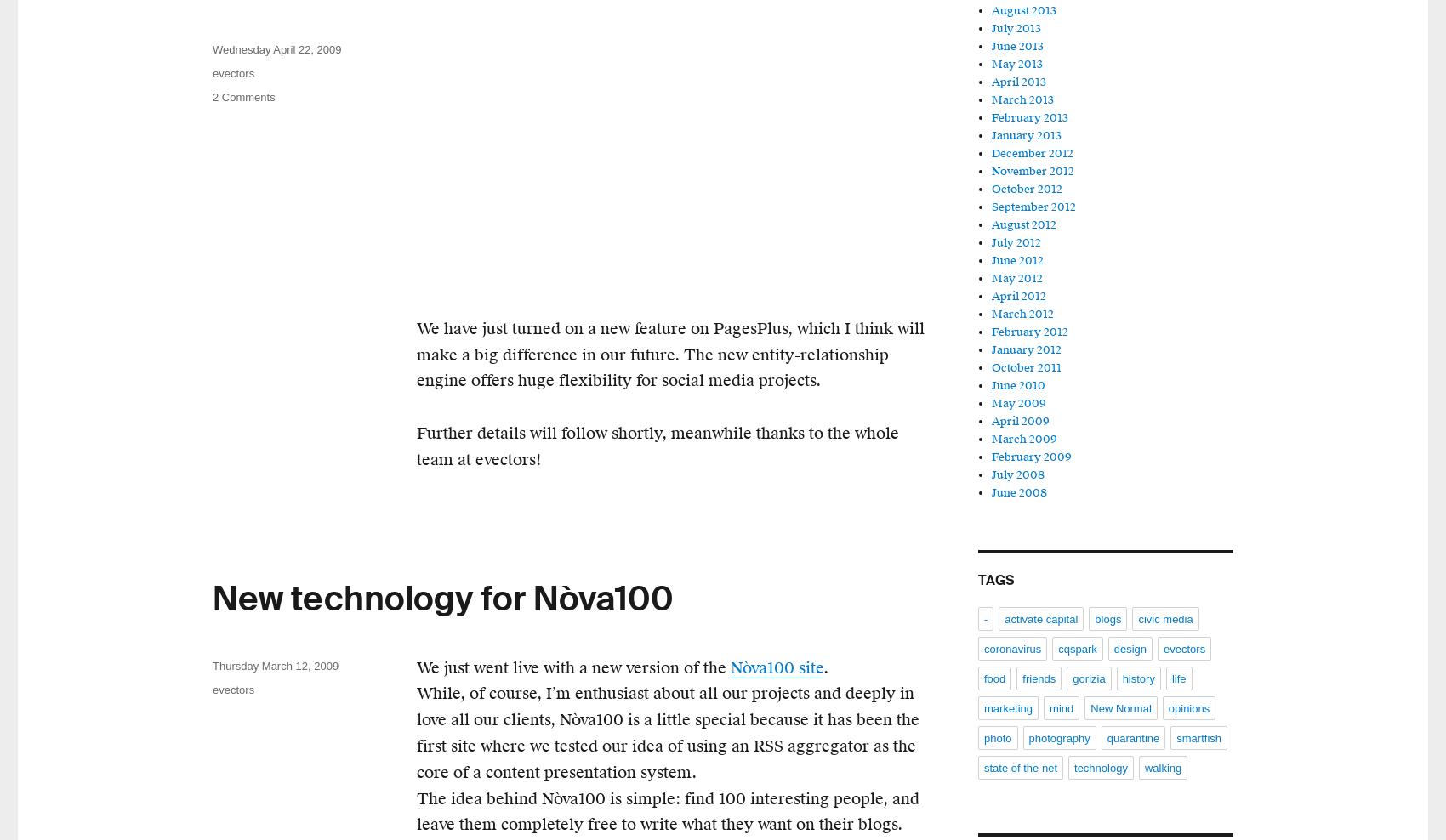 This screenshot has height=840, width=1446. I want to click on 'March 2009', so click(1023, 439).